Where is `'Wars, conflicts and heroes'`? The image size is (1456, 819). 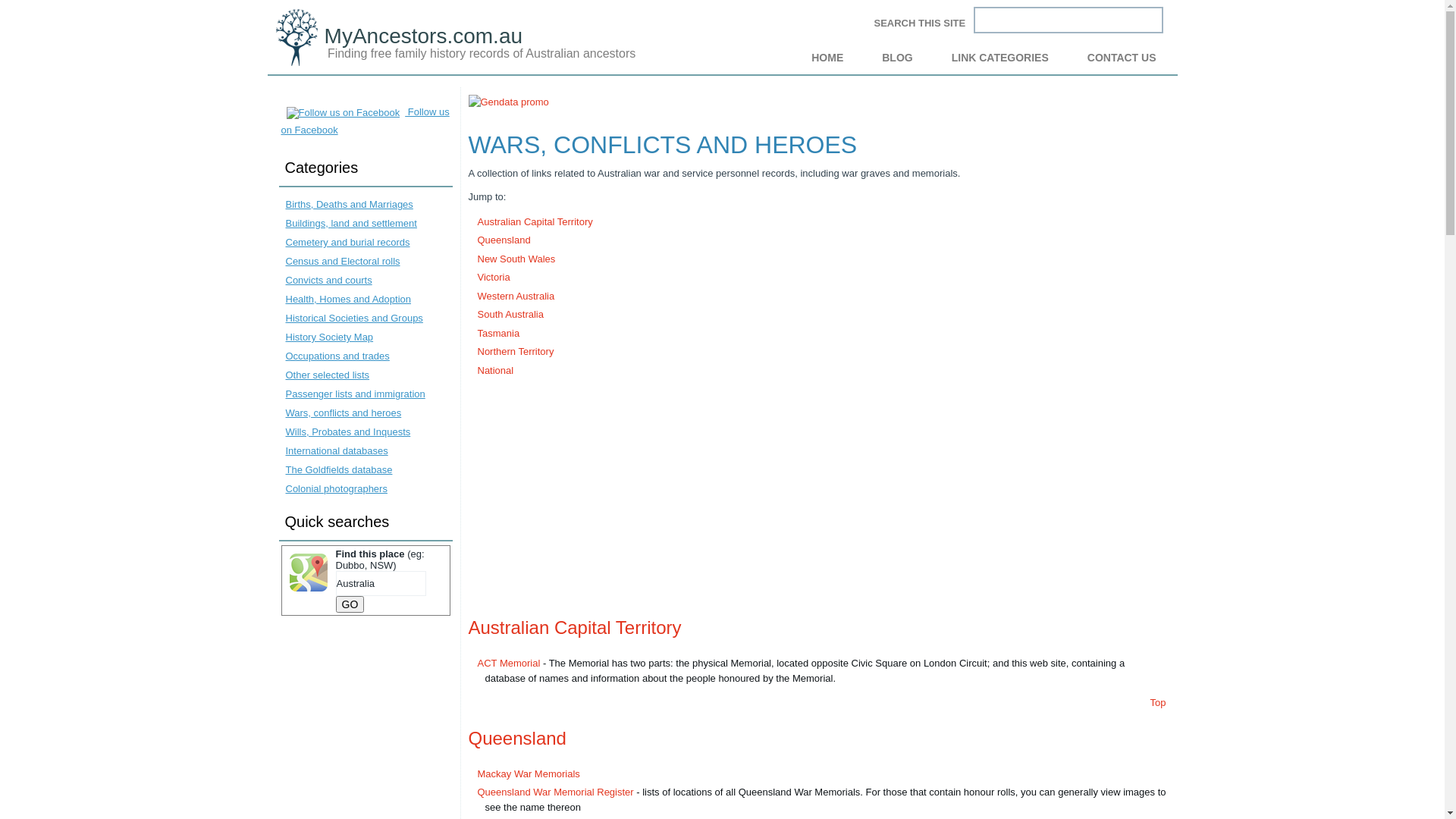
'Wars, conflicts and heroes' is located at coordinates (342, 413).